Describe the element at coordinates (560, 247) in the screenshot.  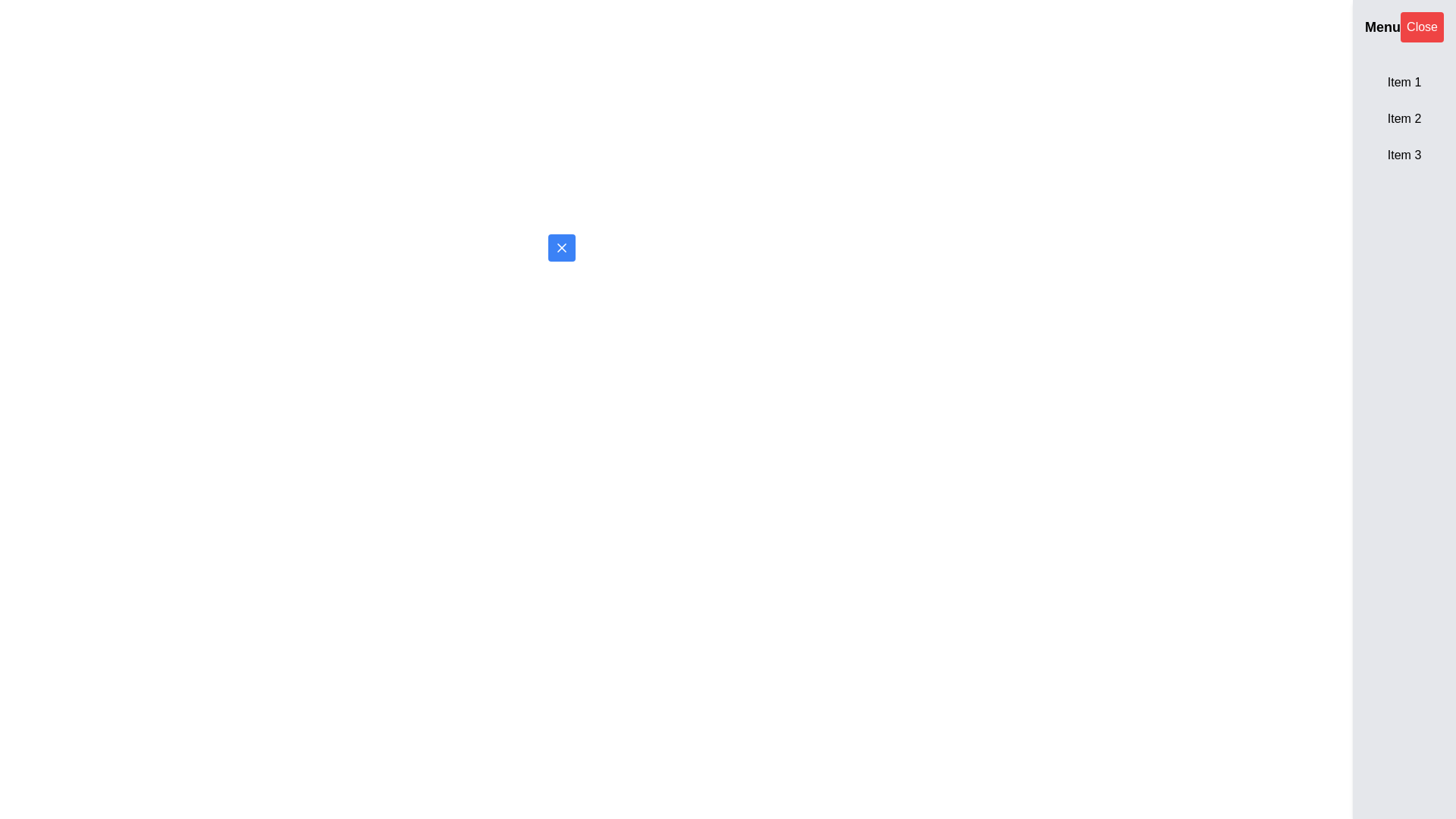
I see `the blue rectangular button with a white 'X' icon, located near the top of the modal between 'Menu' and 'Close' to observe hover effects` at that location.